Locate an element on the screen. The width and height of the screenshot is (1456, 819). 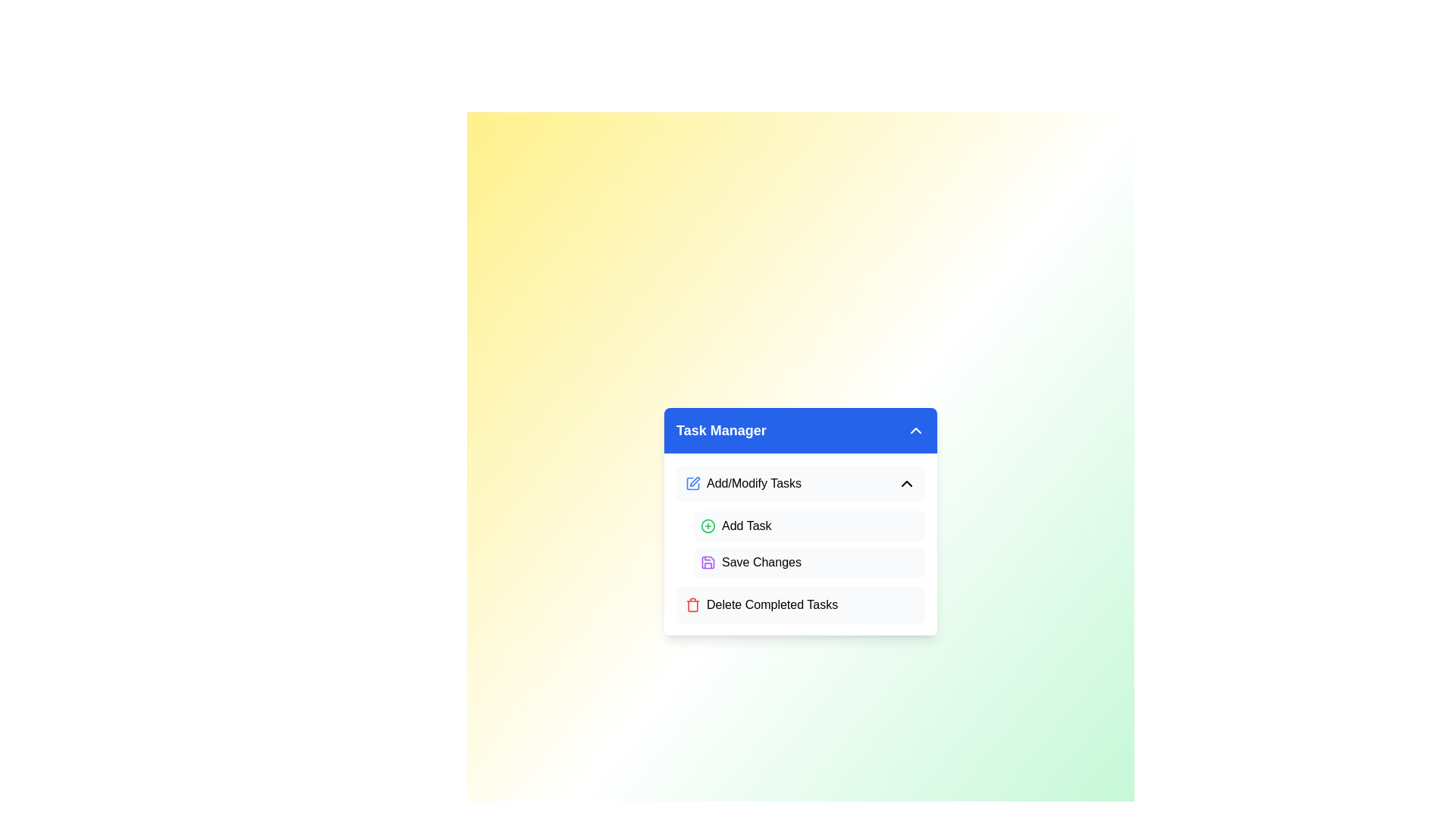
text from the 'Task Manager' label, which is styled with a bold font on a blue background and located at the top of the UI component is located at coordinates (720, 430).